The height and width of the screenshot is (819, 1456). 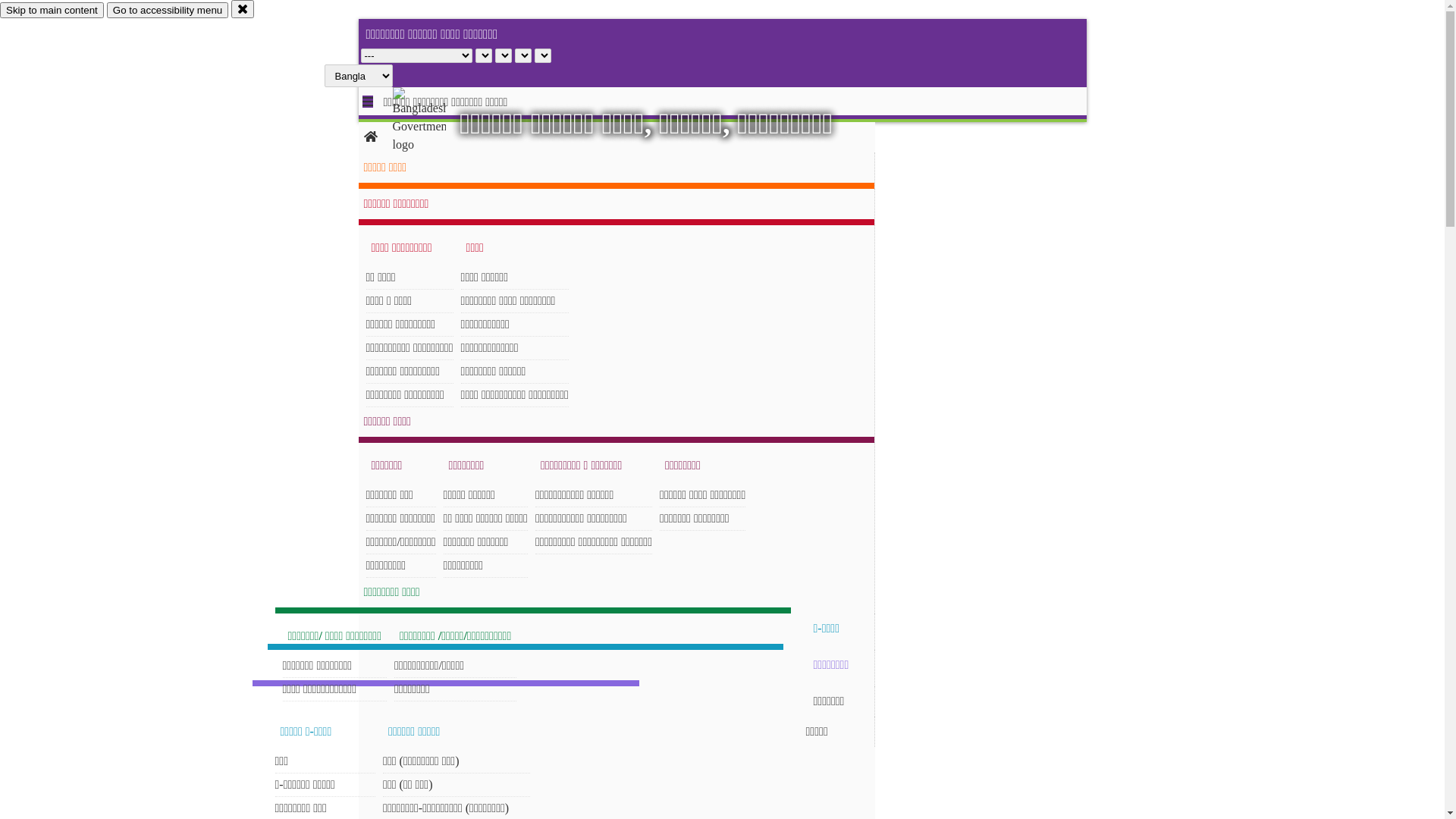 I want to click on ', so click(x=431, y=119).